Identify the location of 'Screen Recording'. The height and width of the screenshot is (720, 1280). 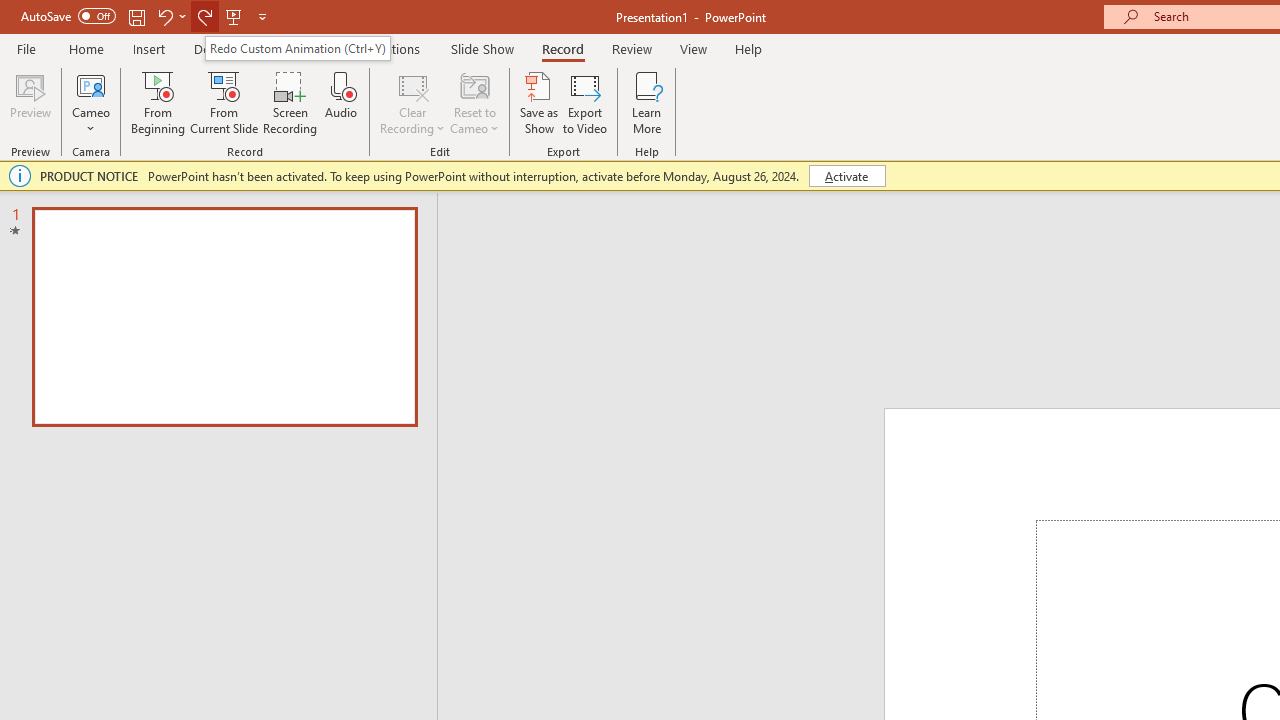
(289, 103).